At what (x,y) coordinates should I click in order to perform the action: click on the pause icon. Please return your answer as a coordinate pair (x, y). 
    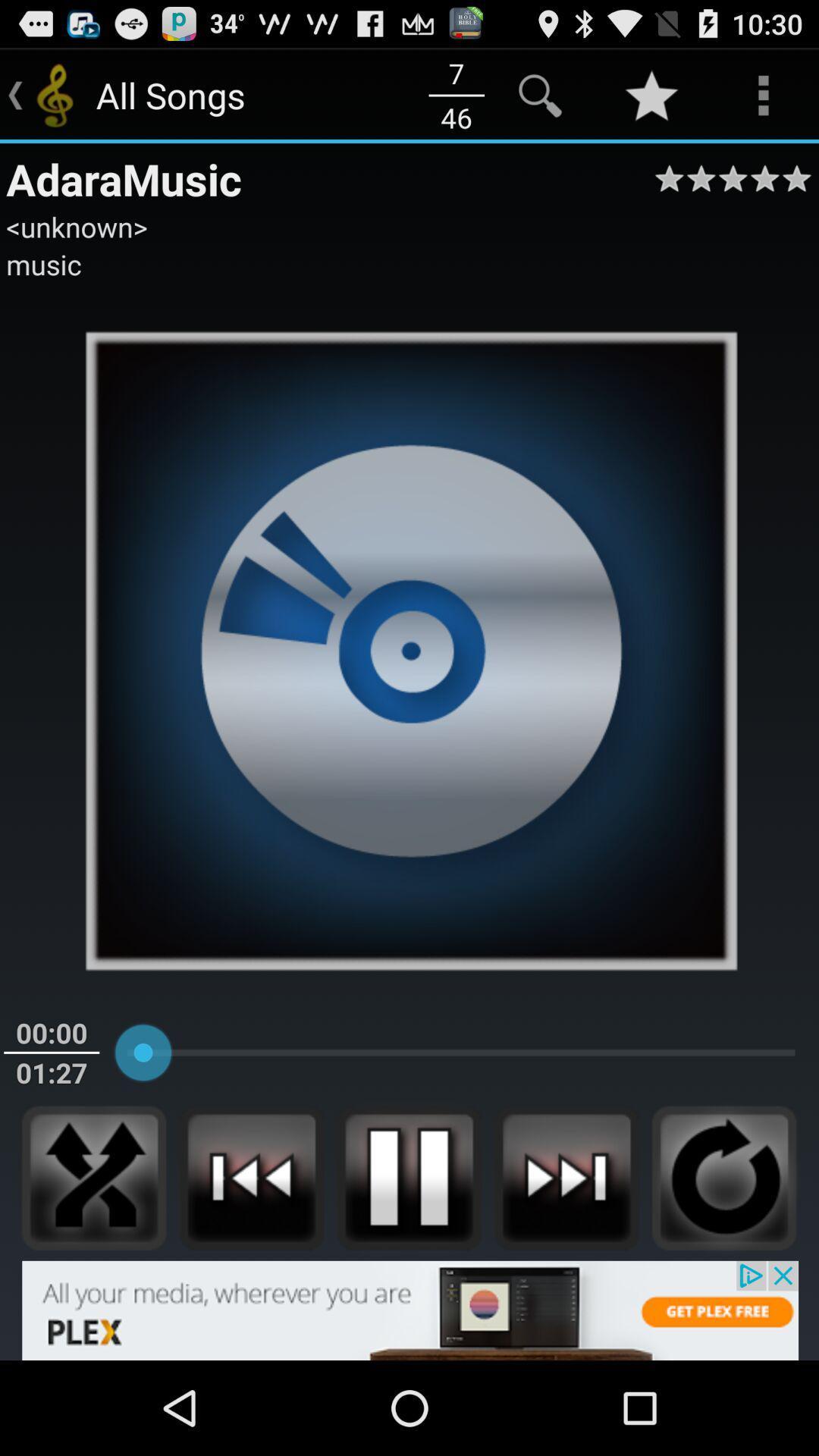
    Looking at the image, I should click on (408, 1260).